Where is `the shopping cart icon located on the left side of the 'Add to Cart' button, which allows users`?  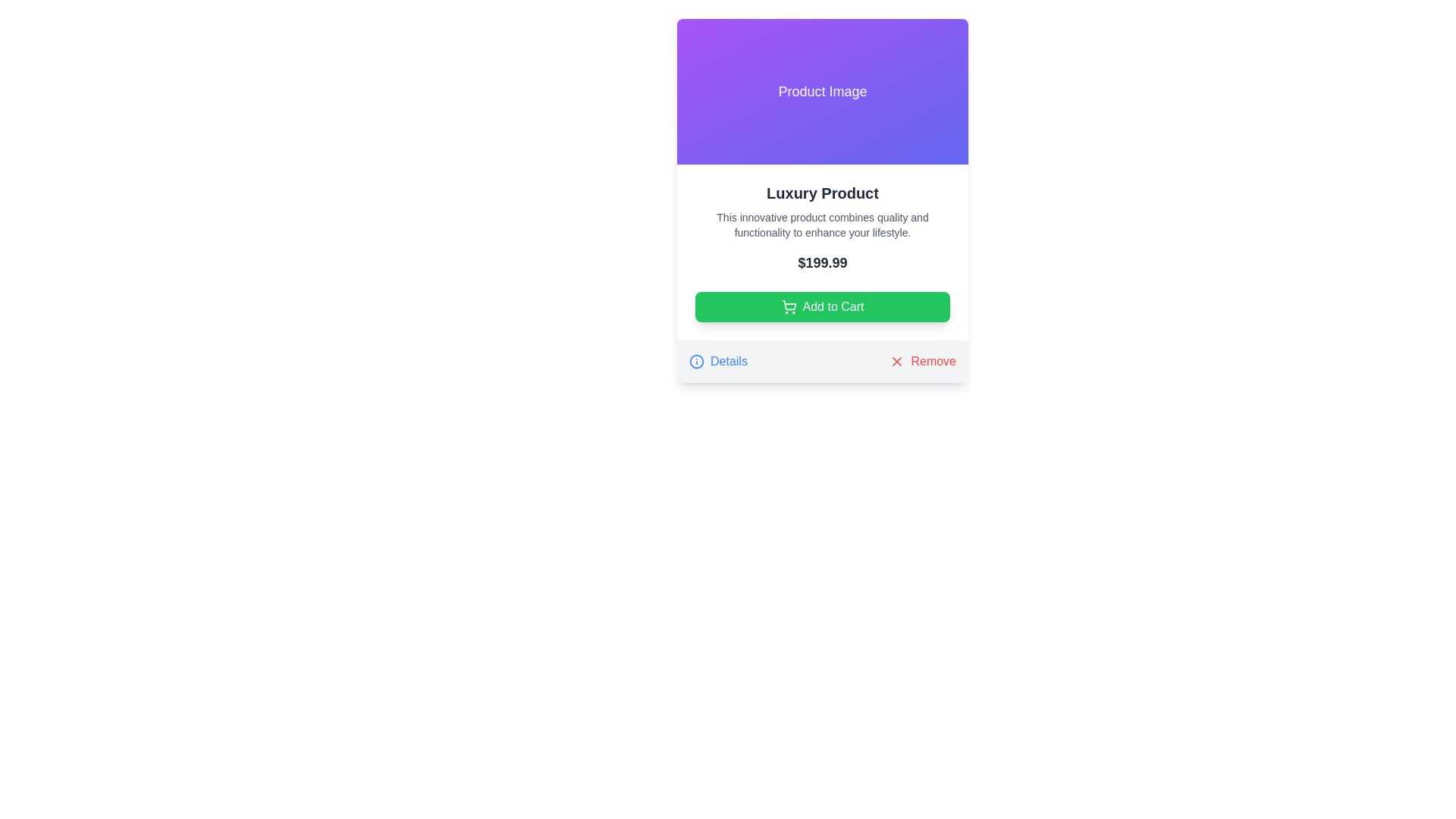 the shopping cart icon located on the left side of the 'Add to Cart' button, which allows users is located at coordinates (789, 307).